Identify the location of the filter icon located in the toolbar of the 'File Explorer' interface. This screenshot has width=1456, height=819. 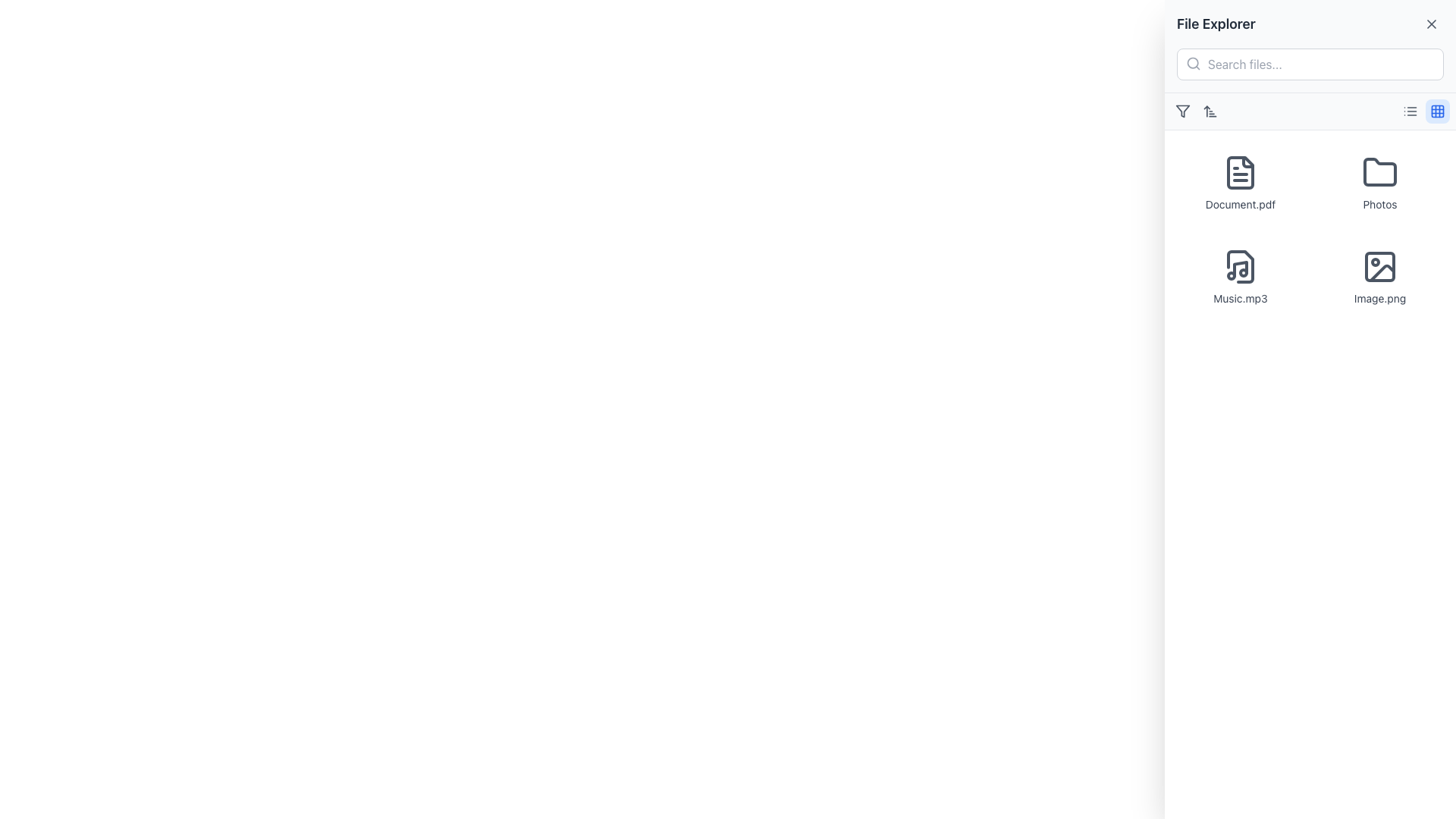
(1182, 110).